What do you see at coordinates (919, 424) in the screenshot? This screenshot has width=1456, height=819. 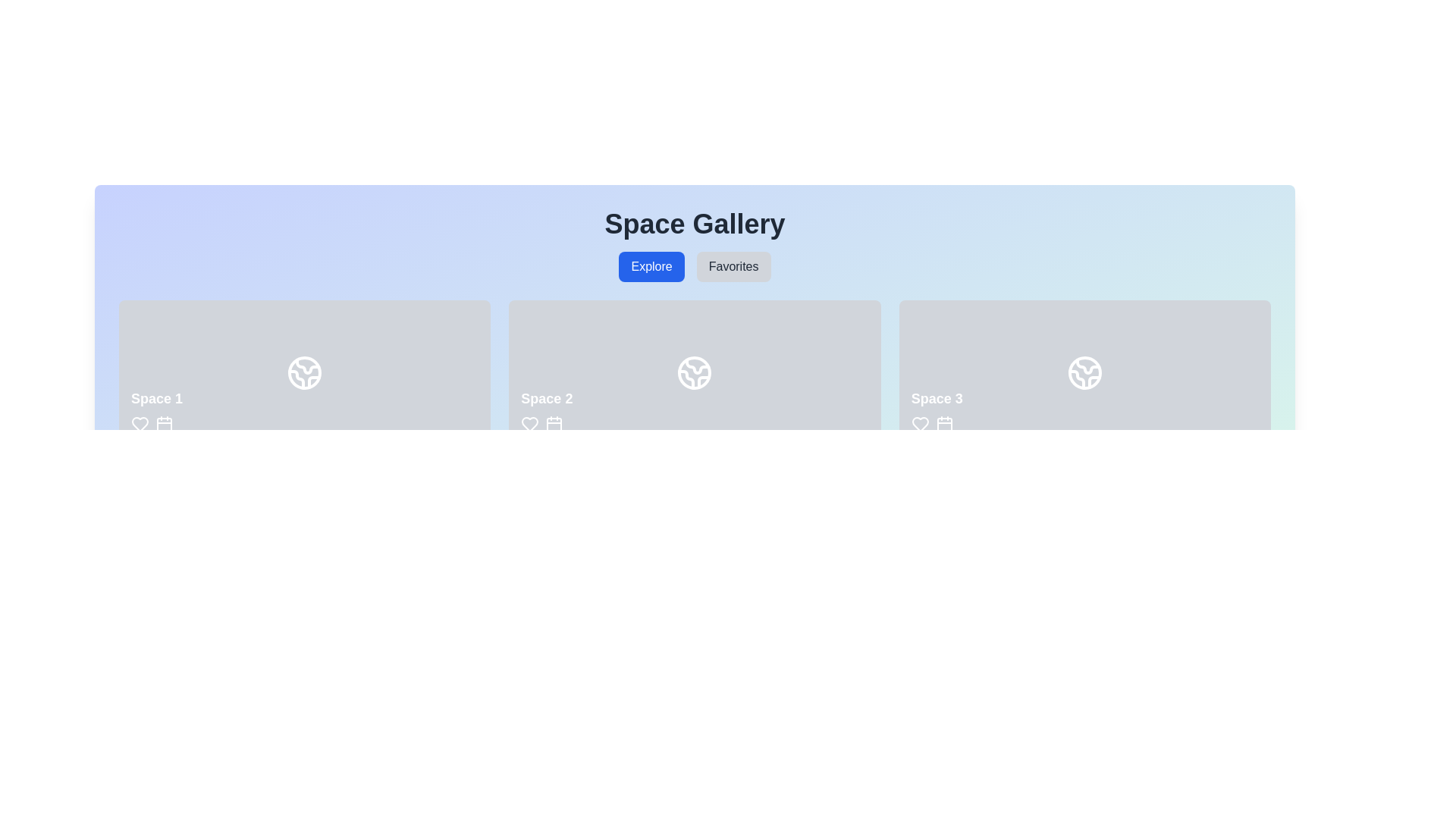 I see `the heart-shaped icon located in the bottom-left corner of 'Space 3'` at bounding box center [919, 424].